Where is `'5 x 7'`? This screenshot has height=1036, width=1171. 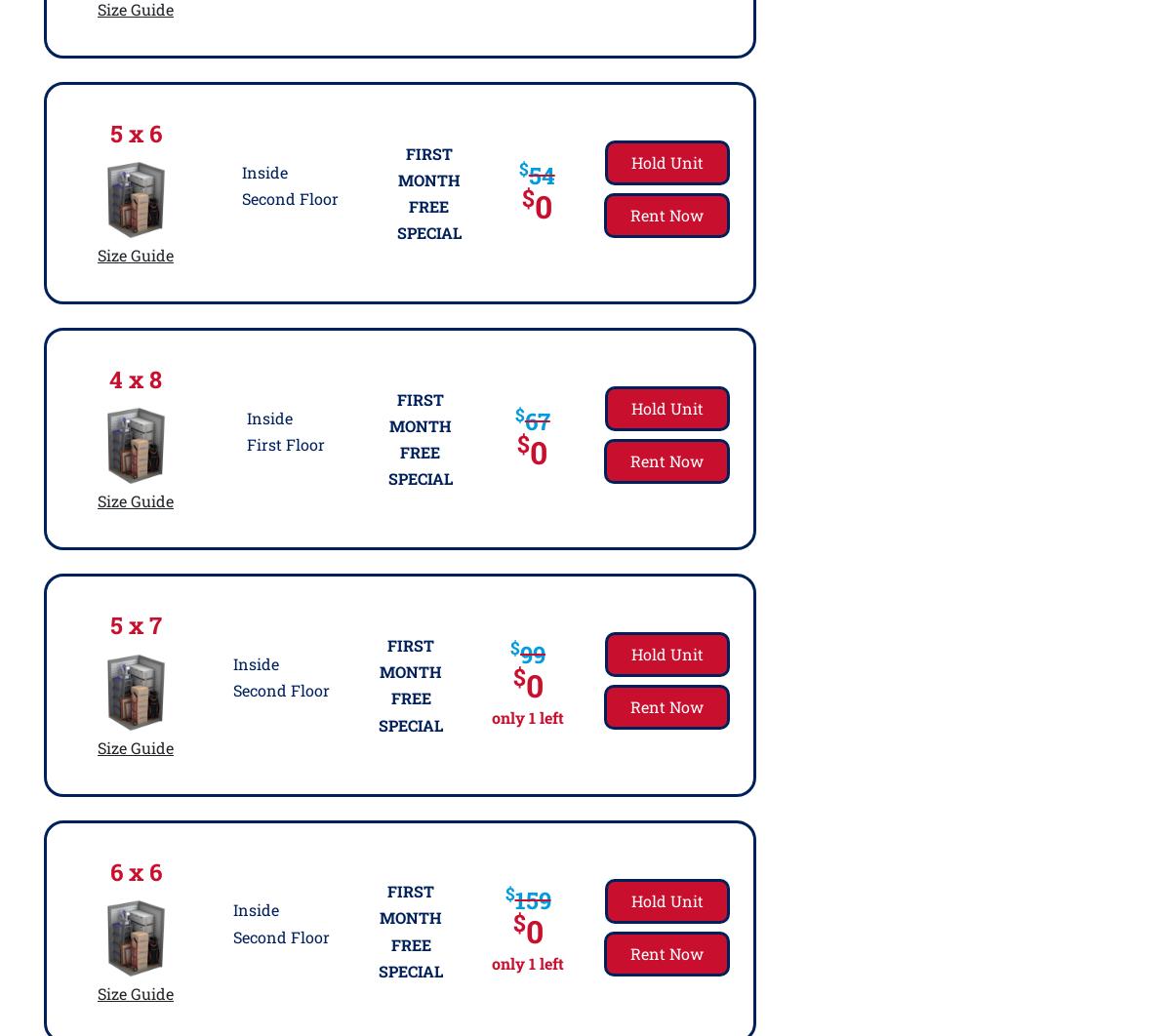 '5 x 7' is located at coordinates (135, 625).